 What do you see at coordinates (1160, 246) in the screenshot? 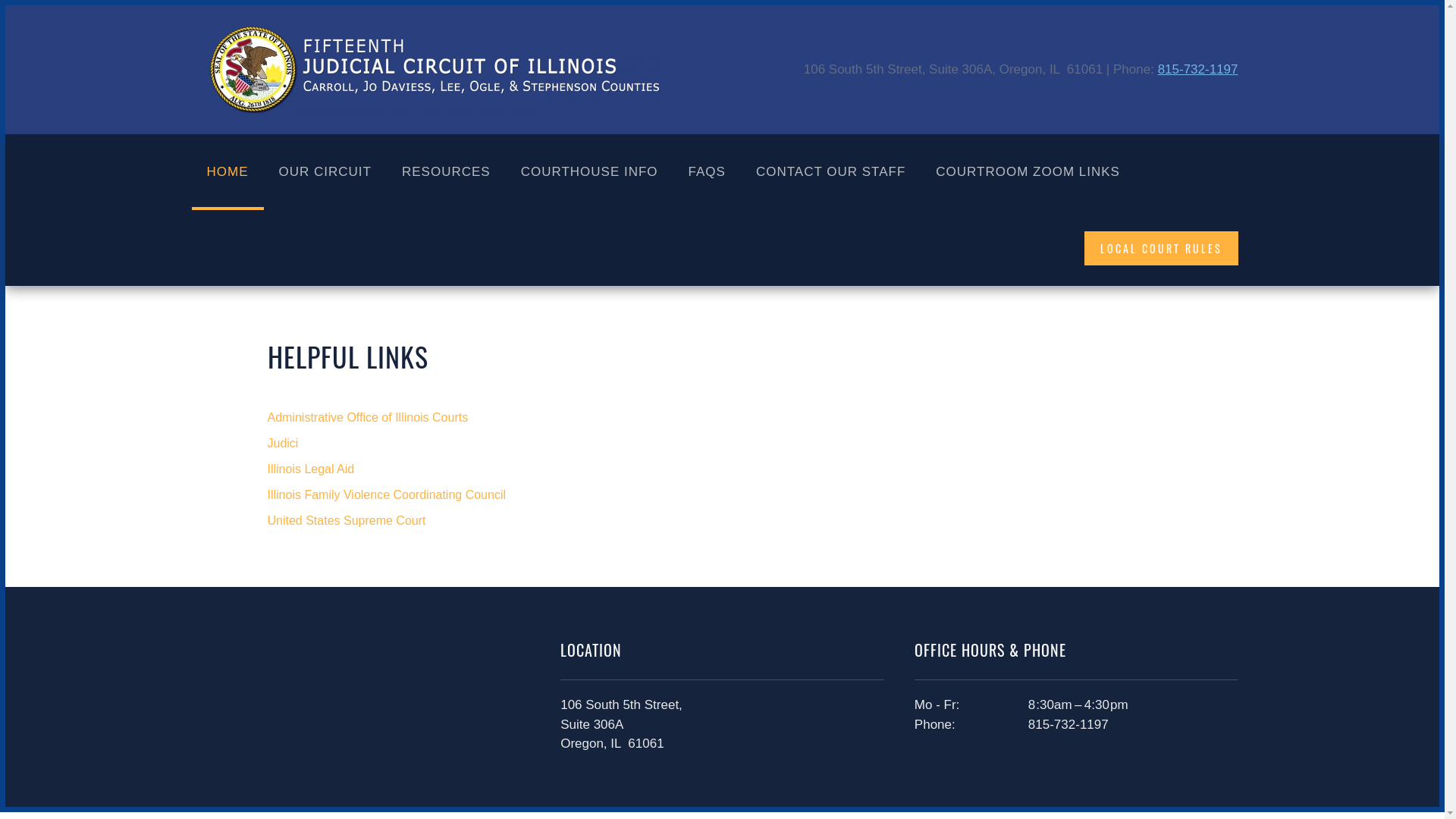
I see `'LOCAL COURT RULES'` at bounding box center [1160, 246].